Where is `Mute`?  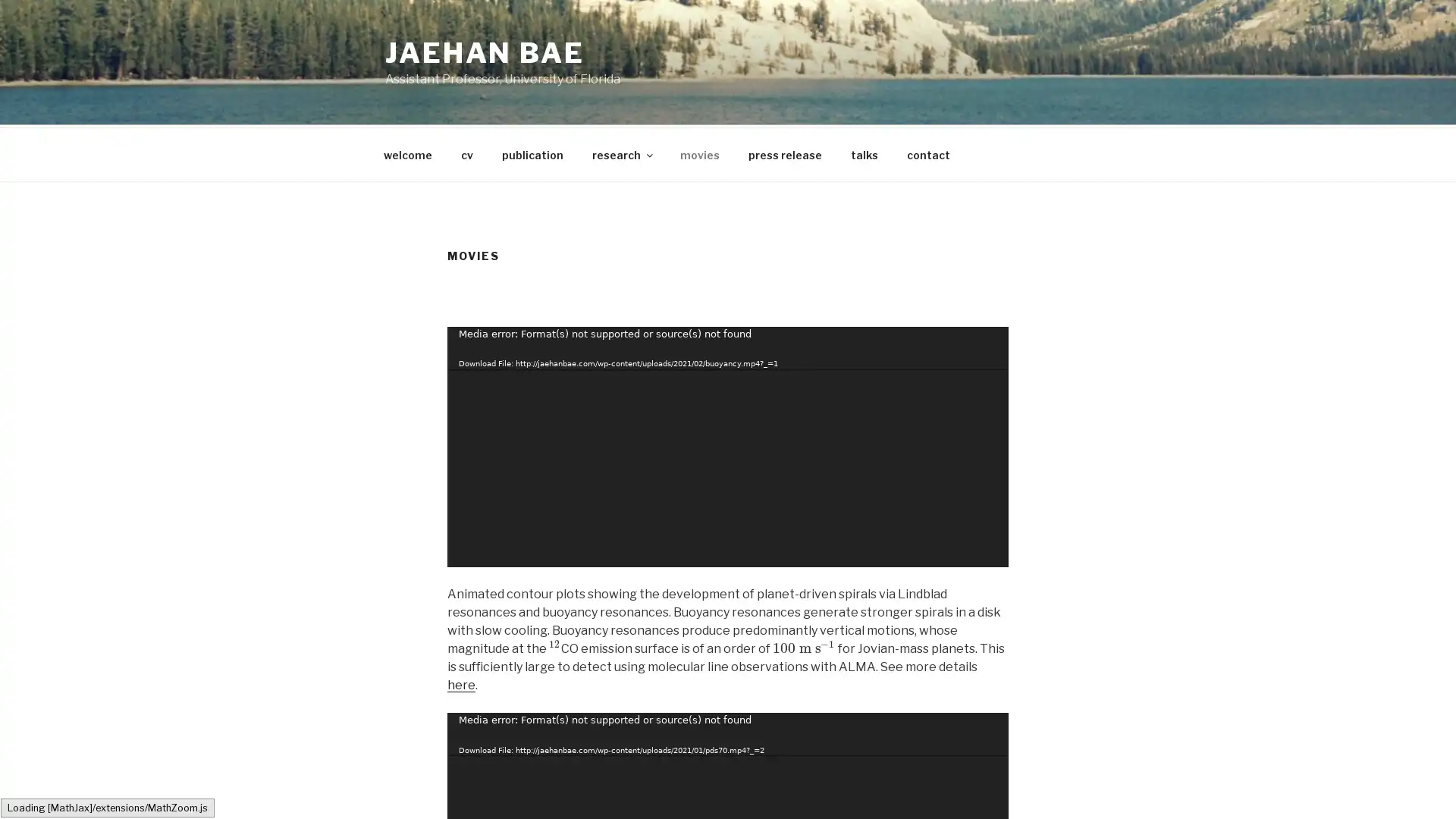 Mute is located at coordinates (964, 550).